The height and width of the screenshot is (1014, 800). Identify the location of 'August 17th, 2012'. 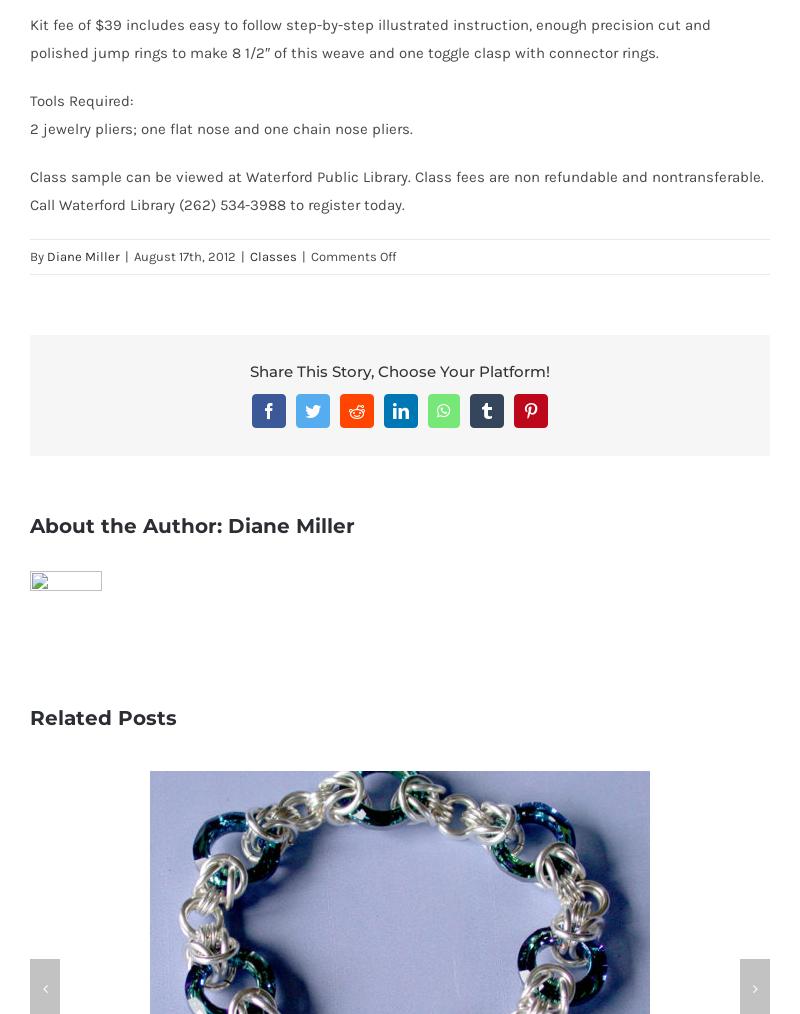
(134, 255).